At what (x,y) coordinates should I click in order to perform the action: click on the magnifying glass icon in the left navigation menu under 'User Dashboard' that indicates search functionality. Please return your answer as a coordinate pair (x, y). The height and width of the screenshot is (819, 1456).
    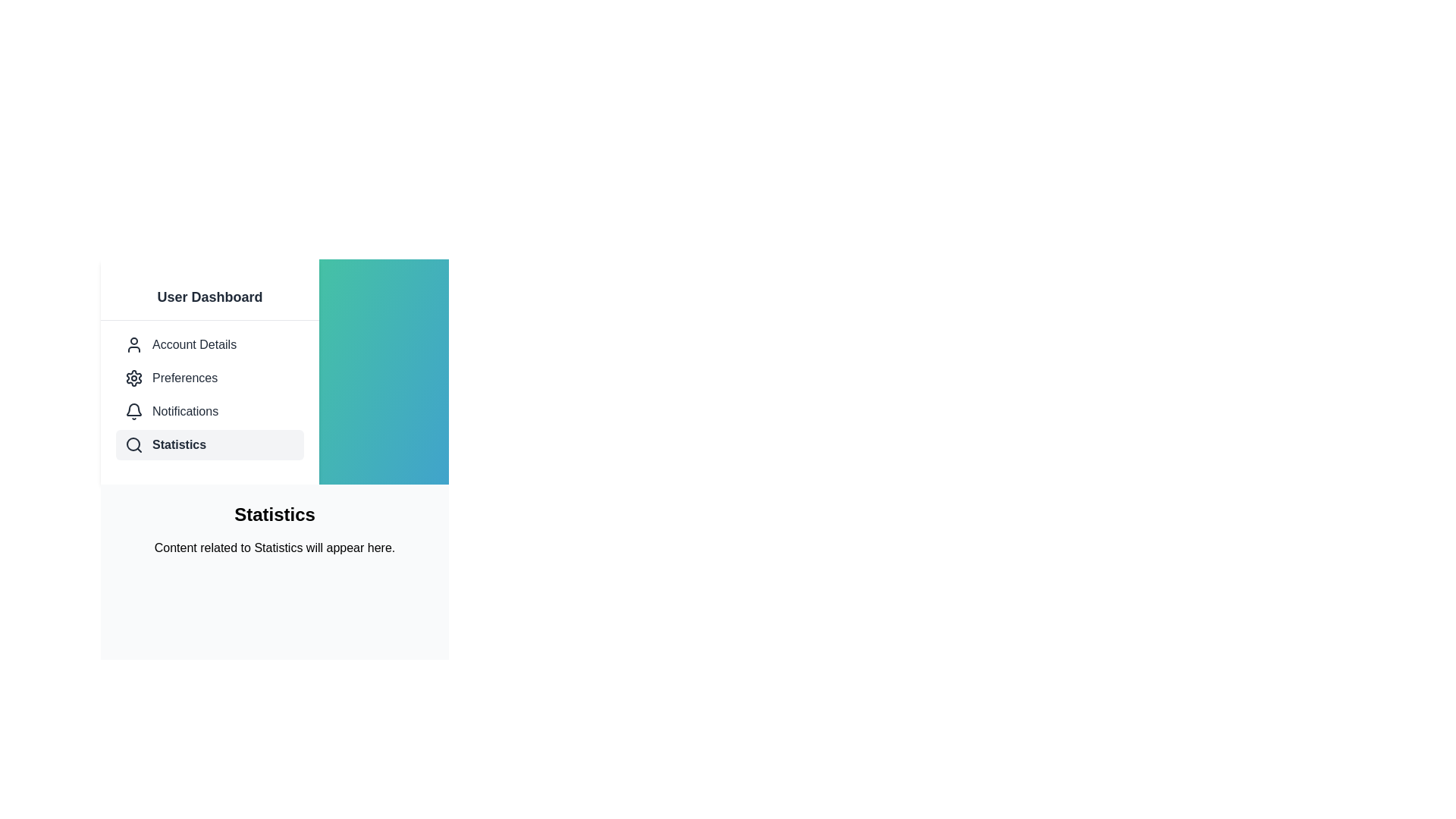
    Looking at the image, I should click on (134, 444).